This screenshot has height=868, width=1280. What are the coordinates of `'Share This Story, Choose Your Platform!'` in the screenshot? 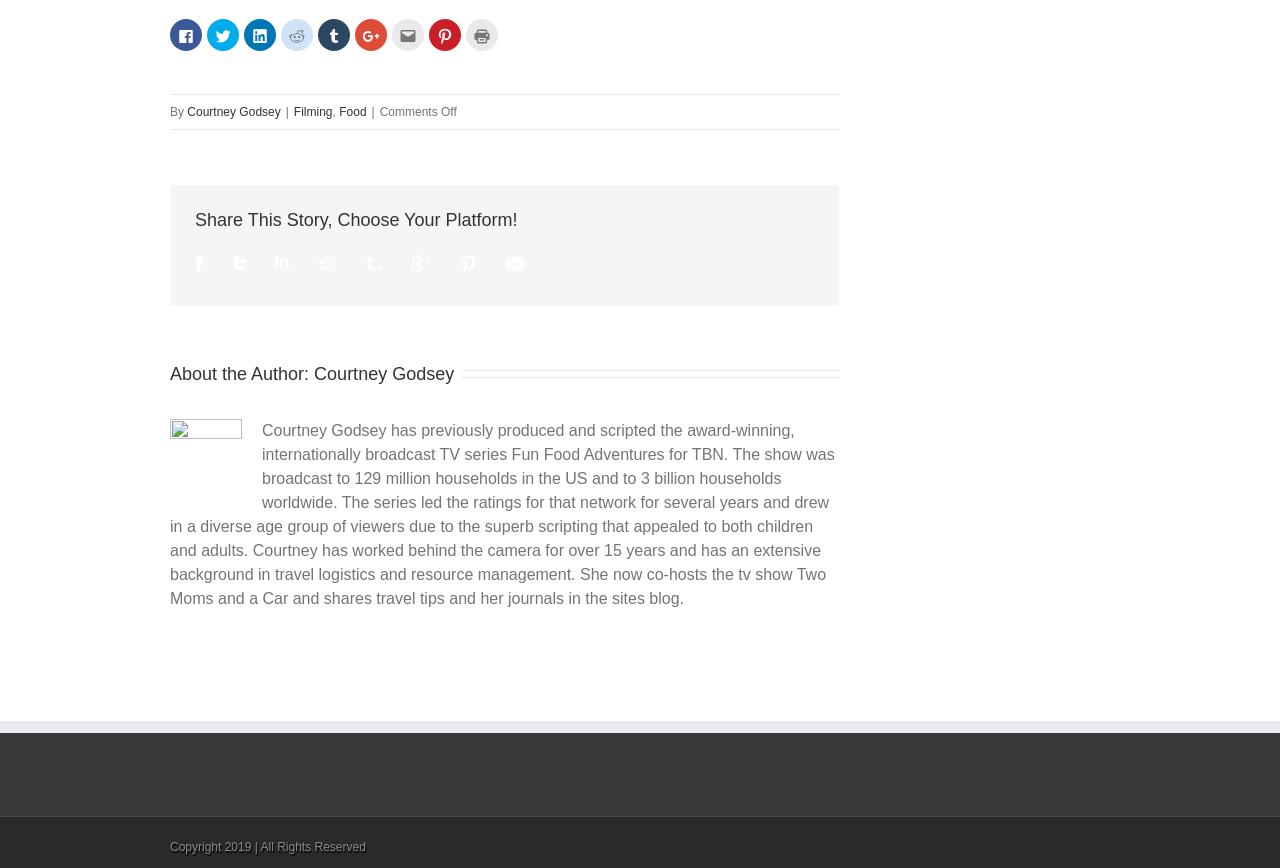 It's located at (355, 218).